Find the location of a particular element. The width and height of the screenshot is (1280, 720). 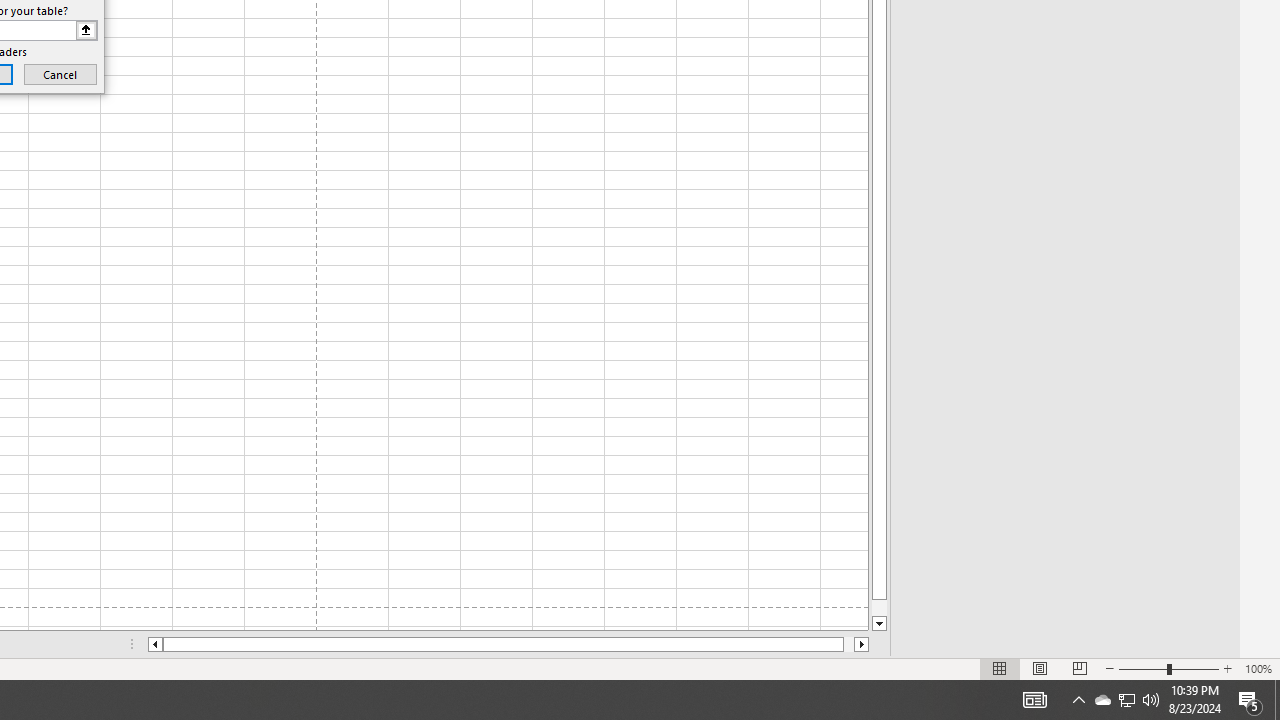

'Page right' is located at coordinates (848, 644).